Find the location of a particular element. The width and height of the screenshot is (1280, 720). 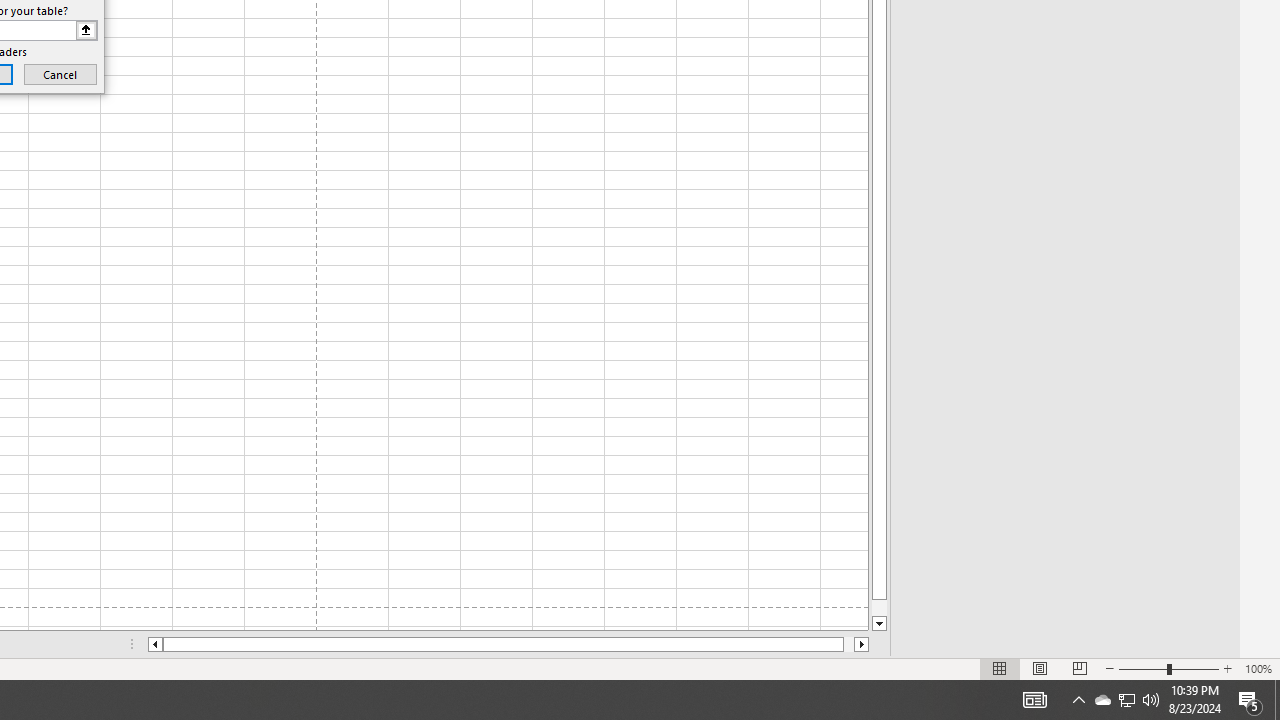

'Page right' is located at coordinates (848, 644).